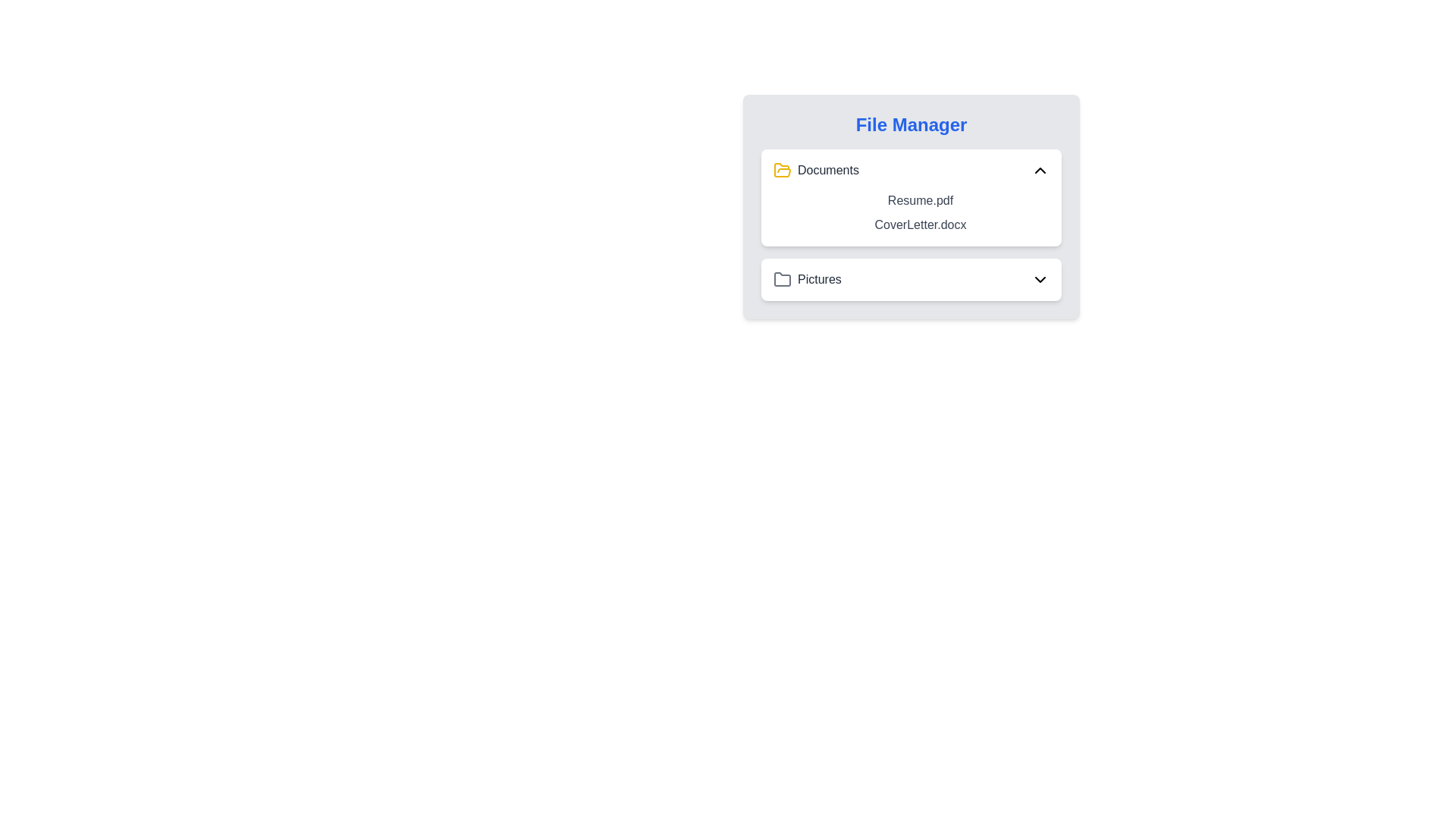 This screenshot has height=819, width=1456. What do you see at coordinates (783, 278) in the screenshot?
I see `the folder icon styled as an outline with rounded corners, located within the file manager interface next to the 'Pictures' label` at bounding box center [783, 278].